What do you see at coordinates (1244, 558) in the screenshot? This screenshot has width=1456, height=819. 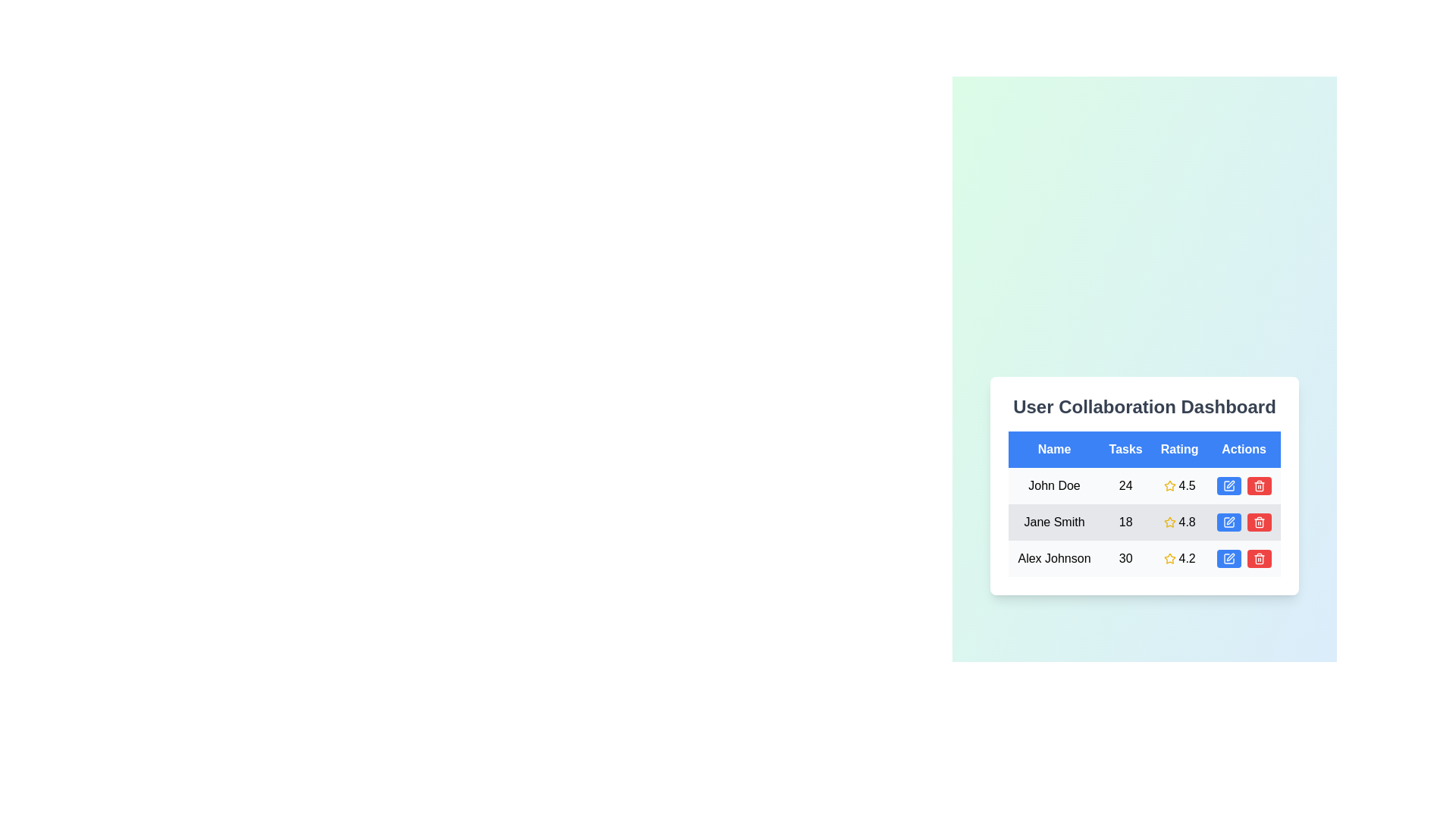 I see `the action buttons group positioned in the rightmost column of the row labeled 'Alex Johnson'` at bounding box center [1244, 558].